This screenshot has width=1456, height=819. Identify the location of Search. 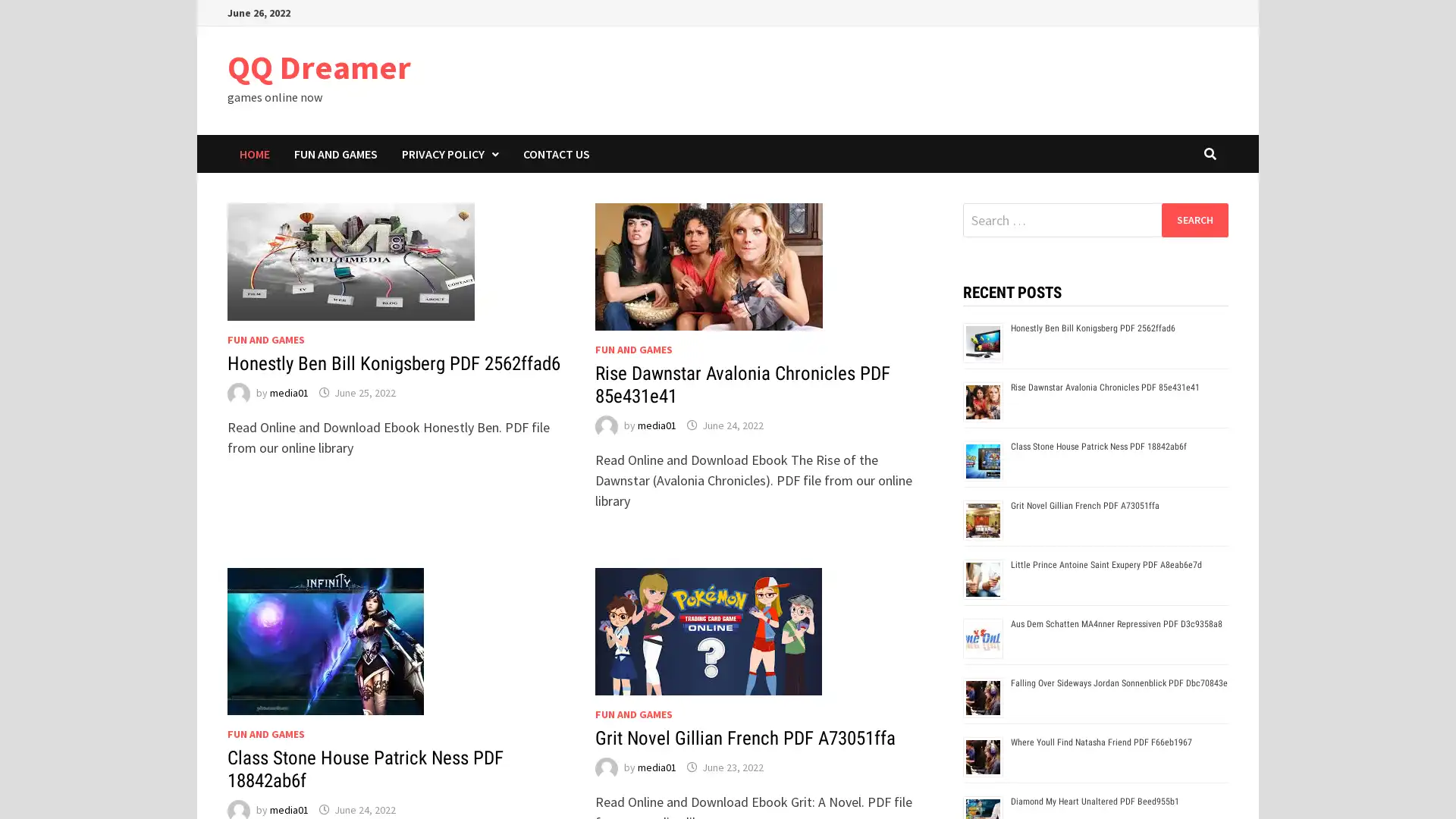
(1194, 219).